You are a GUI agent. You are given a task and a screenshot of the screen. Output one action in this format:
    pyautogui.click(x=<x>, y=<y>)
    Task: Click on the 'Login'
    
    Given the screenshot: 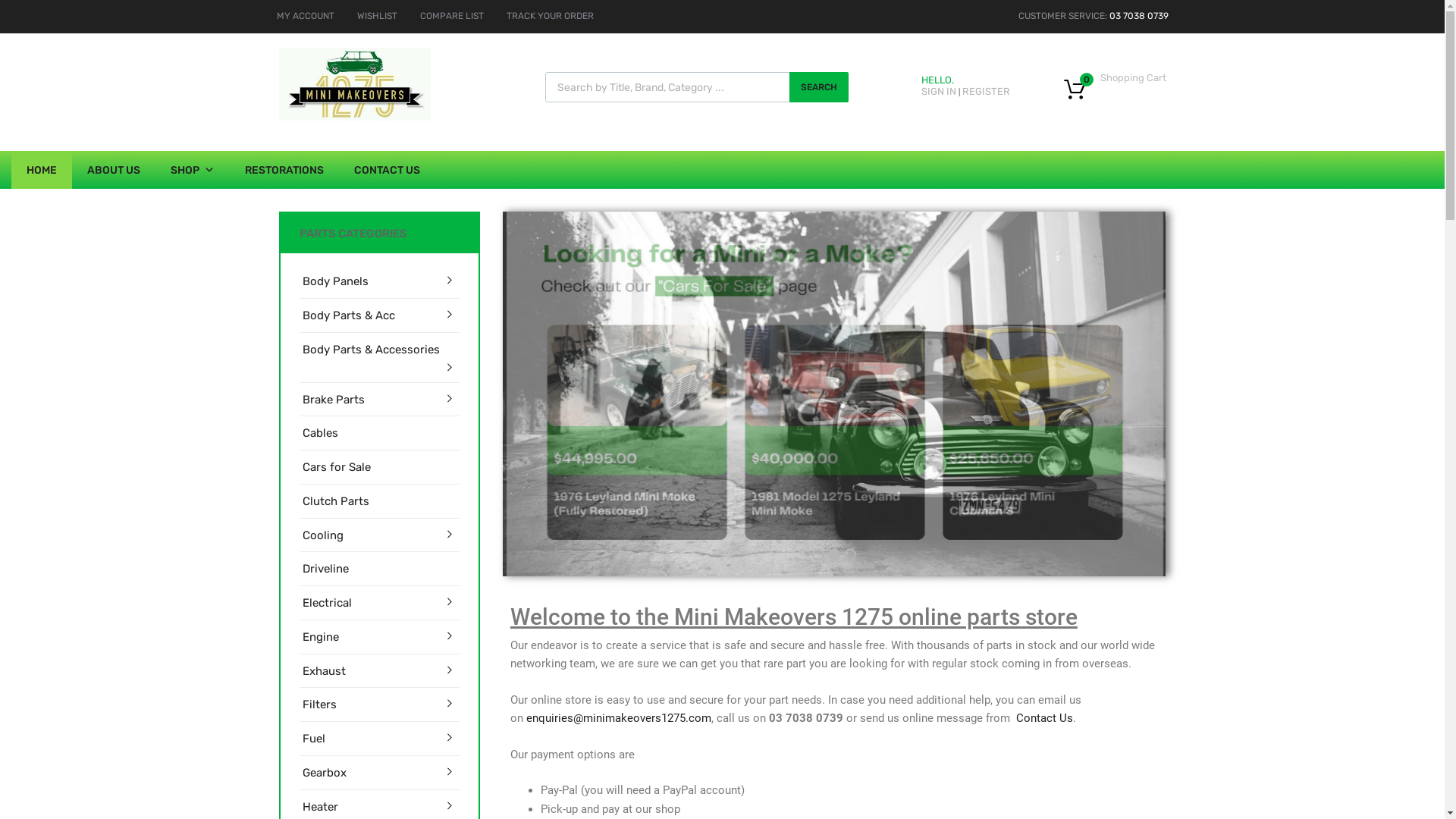 What is the action you would take?
    pyautogui.click(x=771, y=432)
    